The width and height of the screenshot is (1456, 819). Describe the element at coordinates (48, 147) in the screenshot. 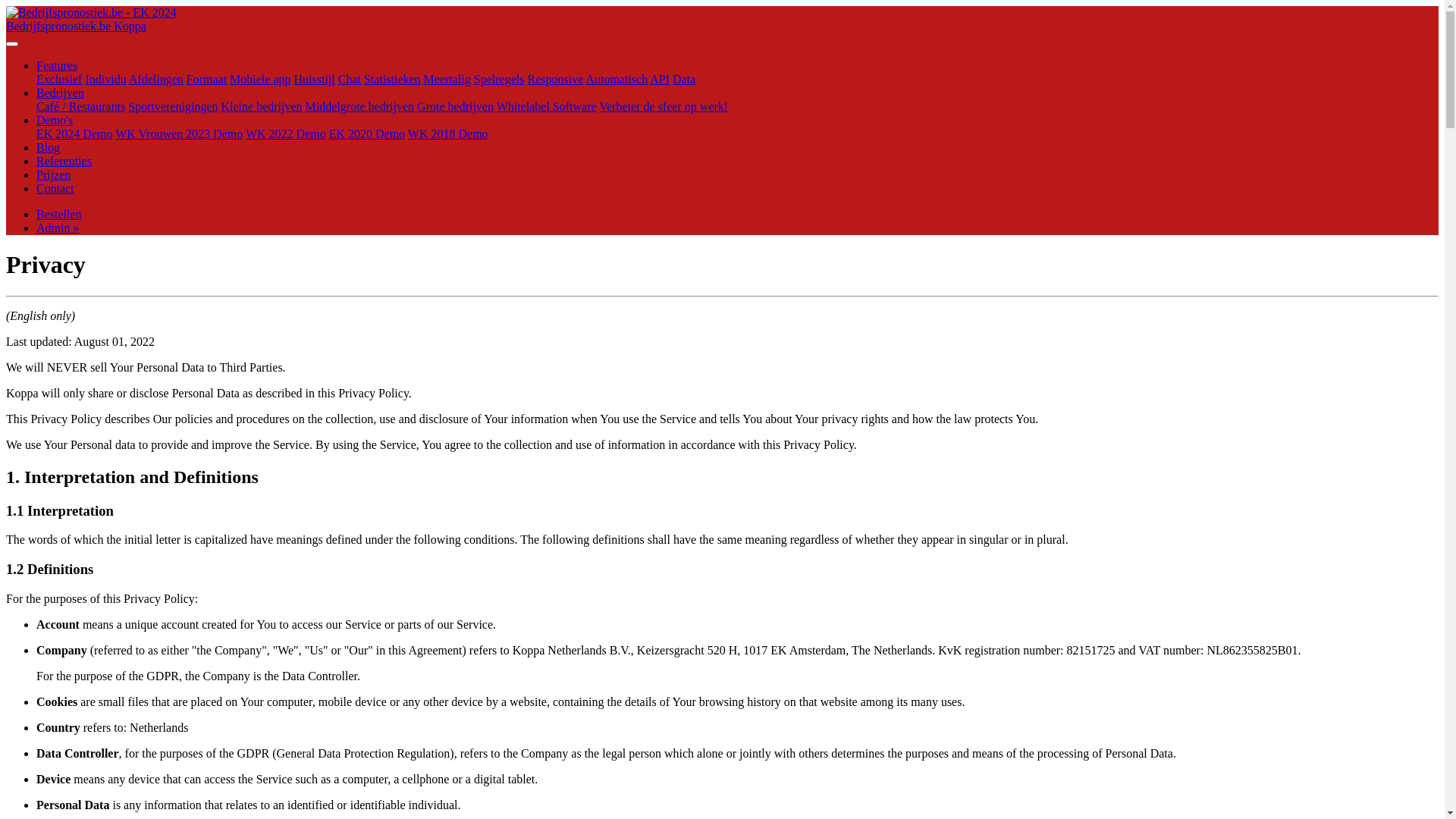

I see `'Blog'` at that location.